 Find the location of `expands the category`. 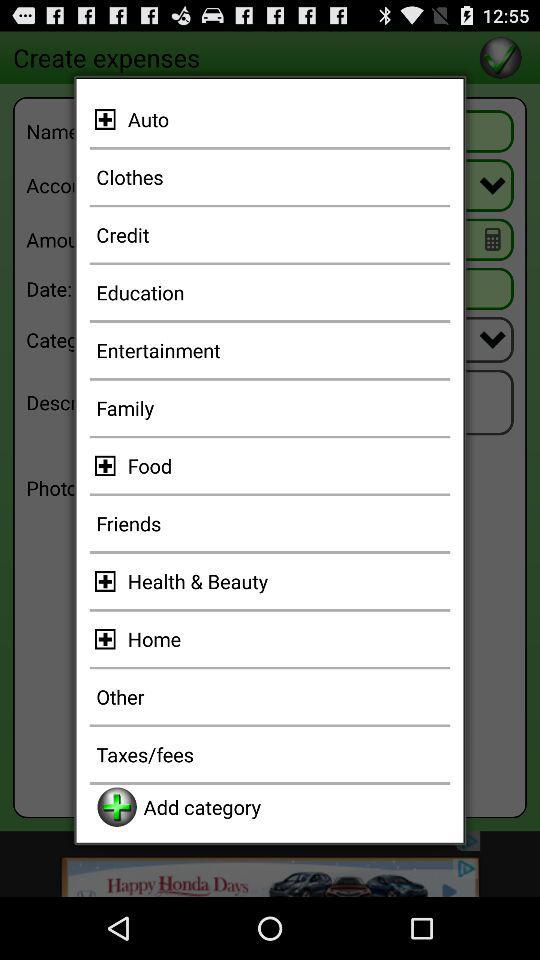

expands the category is located at coordinates (108, 119).